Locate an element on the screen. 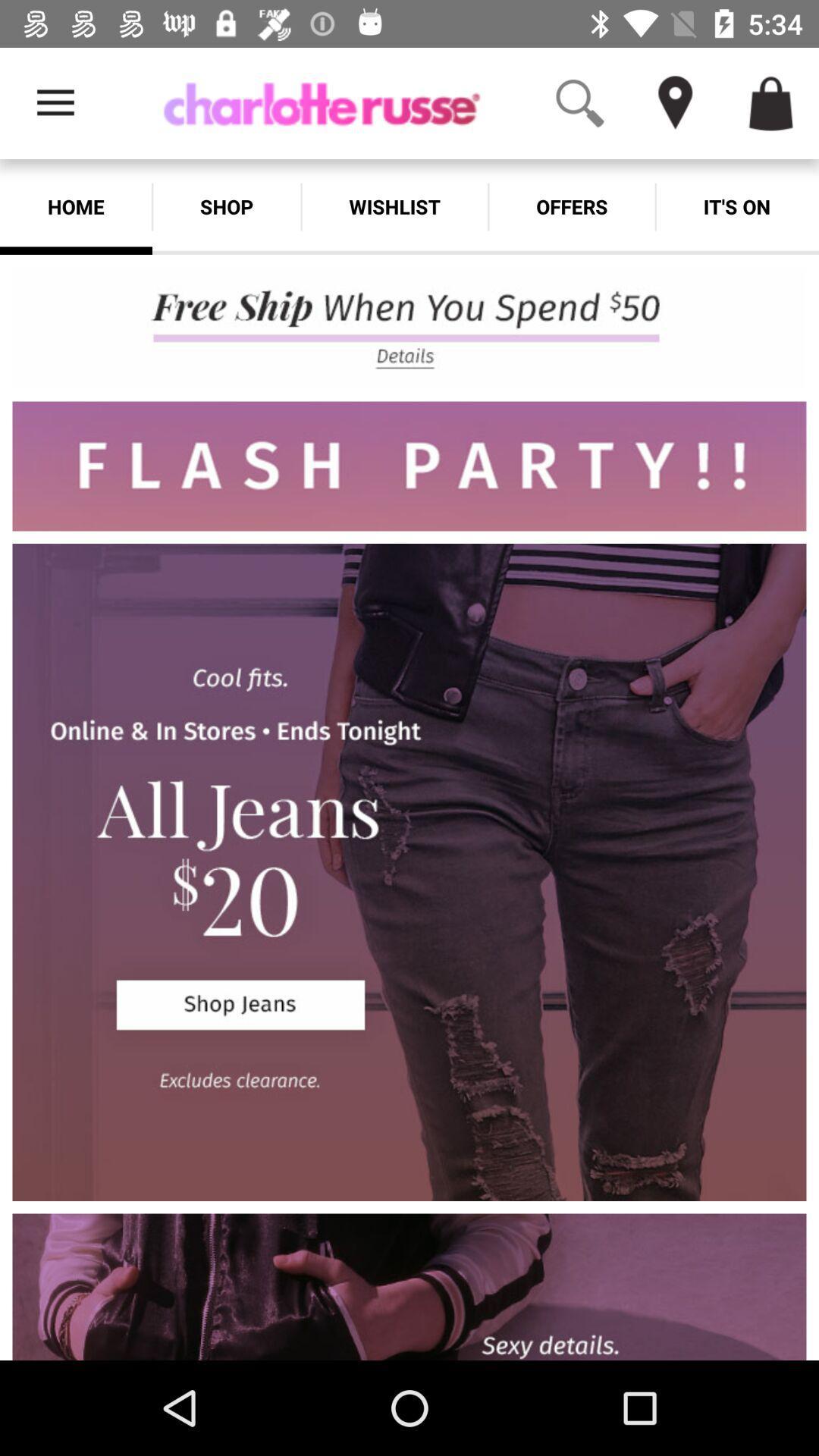  item to the left of the offers icon is located at coordinates (394, 206).